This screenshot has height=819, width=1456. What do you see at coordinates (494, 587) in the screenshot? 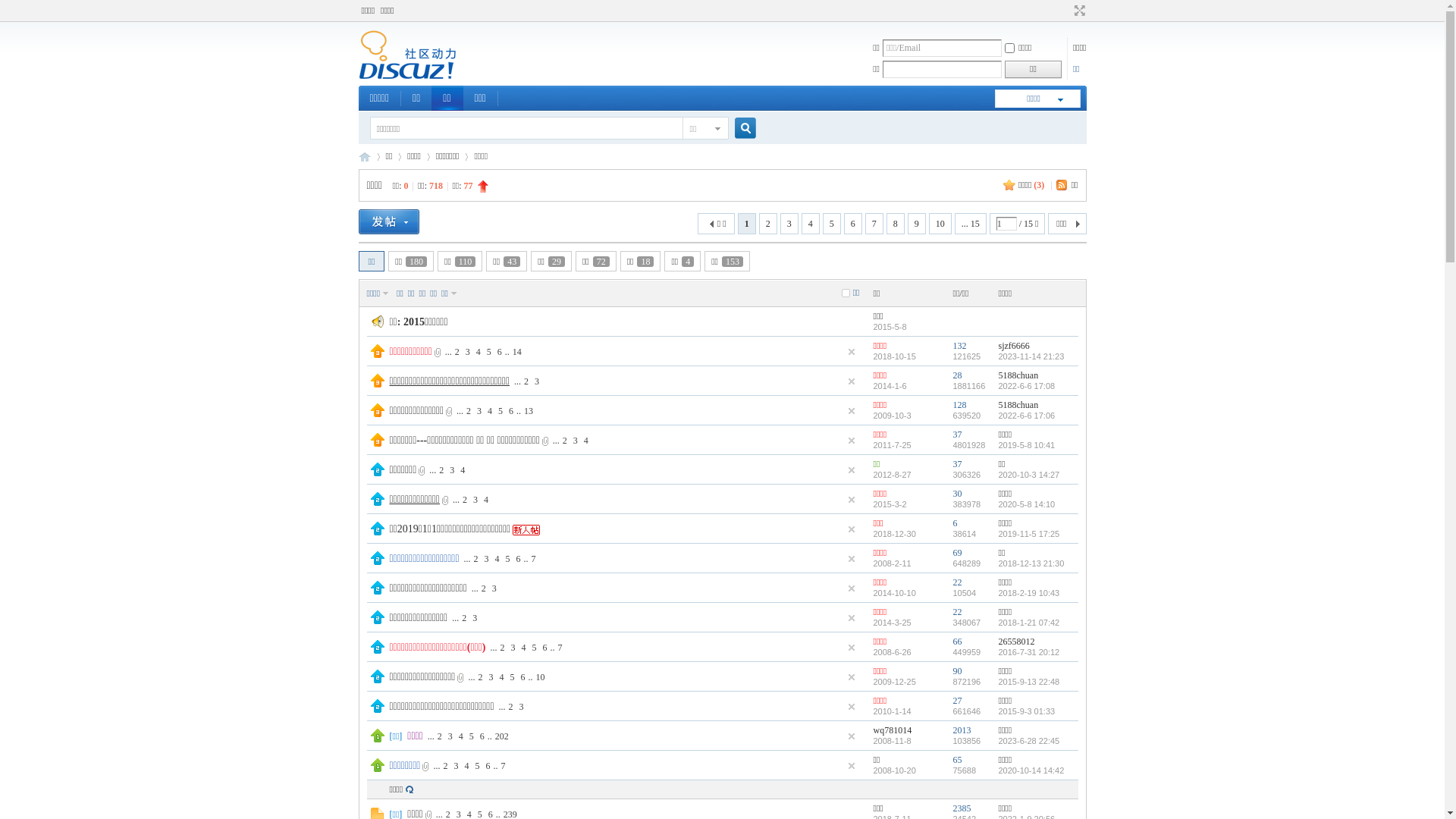
I see `'3'` at bounding box center [494, 587].